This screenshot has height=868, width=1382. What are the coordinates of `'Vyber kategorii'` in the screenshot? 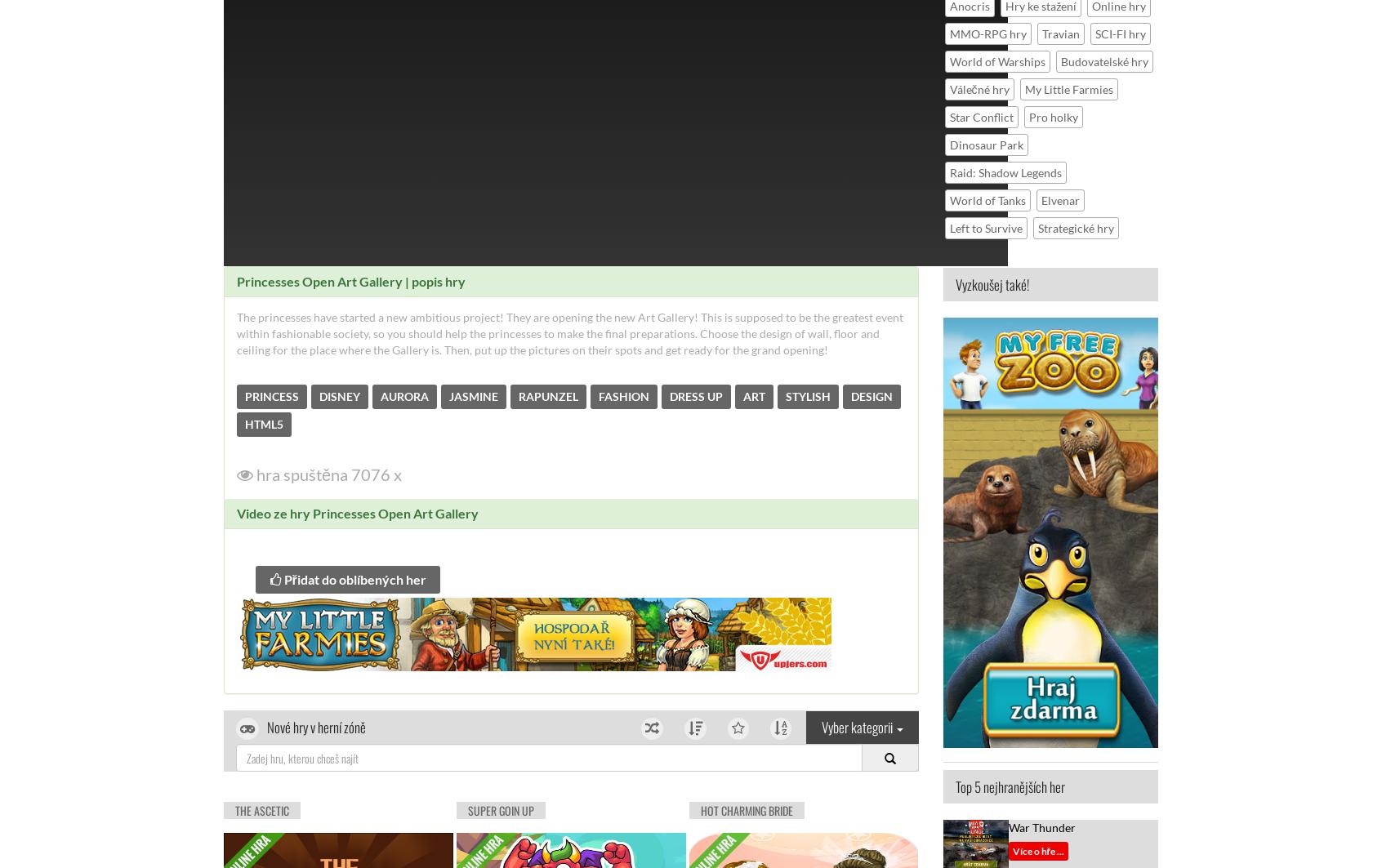 It's located at (857, 726).